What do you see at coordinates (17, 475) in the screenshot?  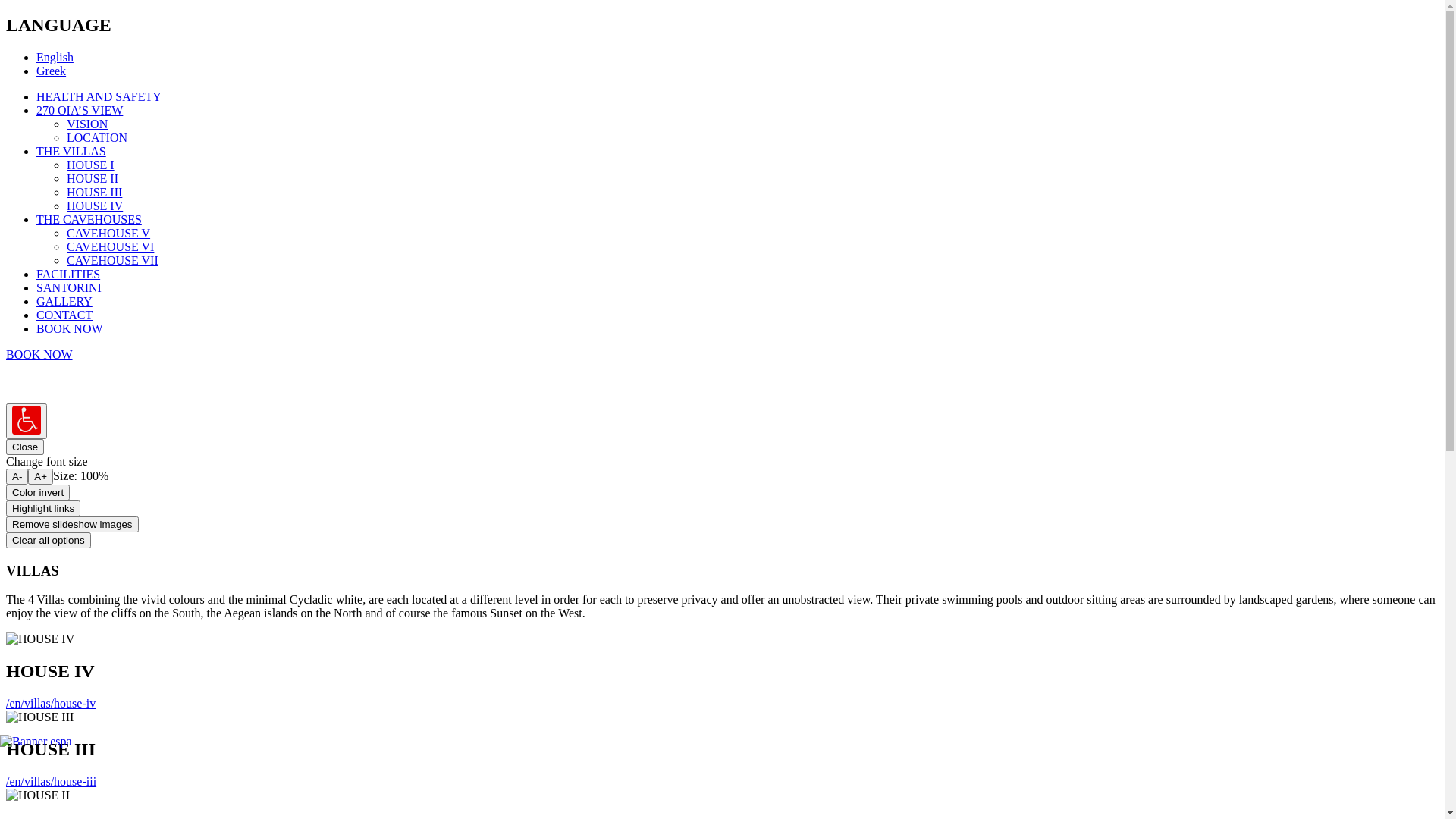 I see `'A-'` at bounding box center [17, 475].